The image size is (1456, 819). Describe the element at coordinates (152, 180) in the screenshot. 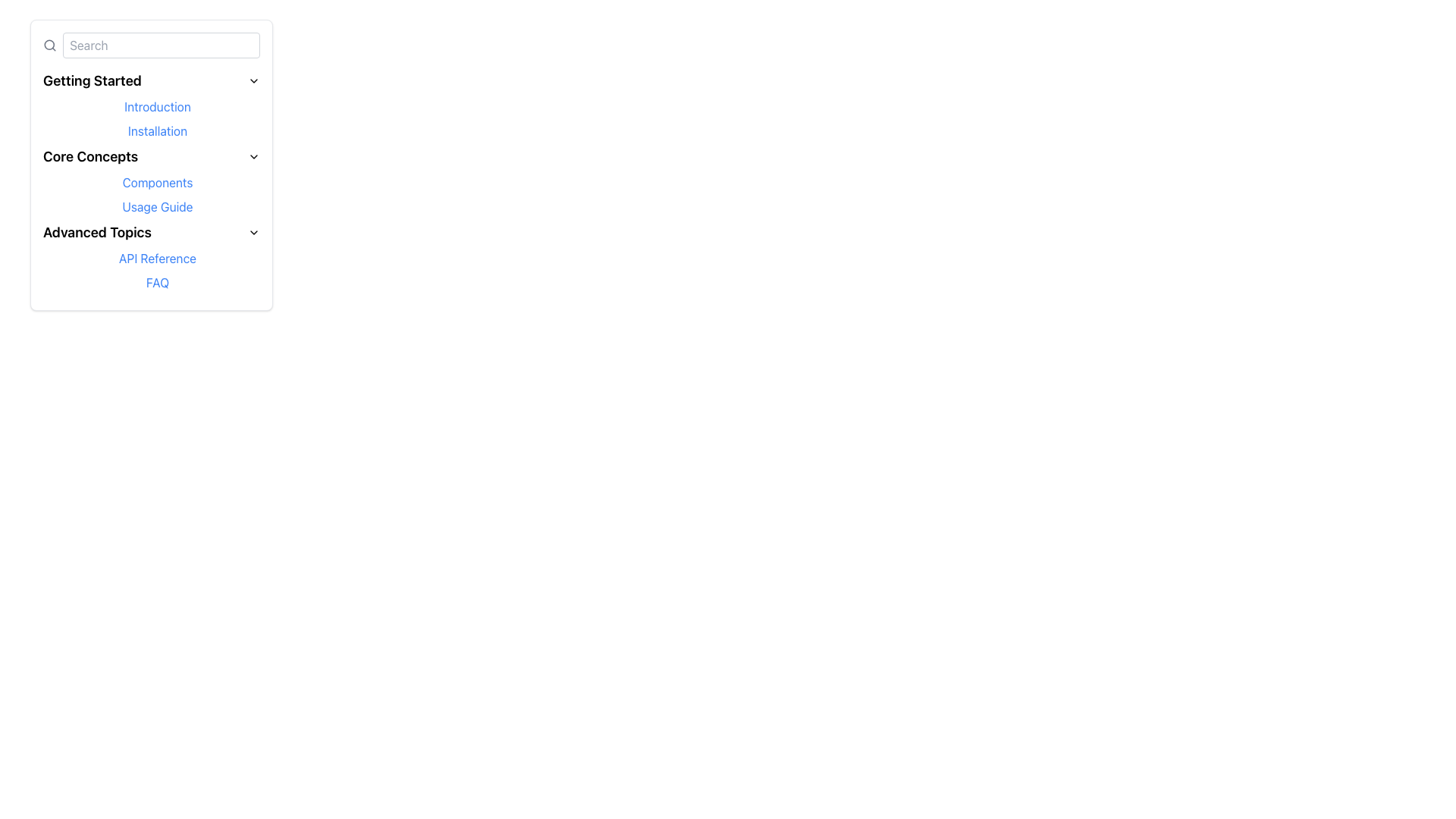

I see `the 'Components' link in the Navigational Section located in the sidebar, which is the third section from the top` at that location.